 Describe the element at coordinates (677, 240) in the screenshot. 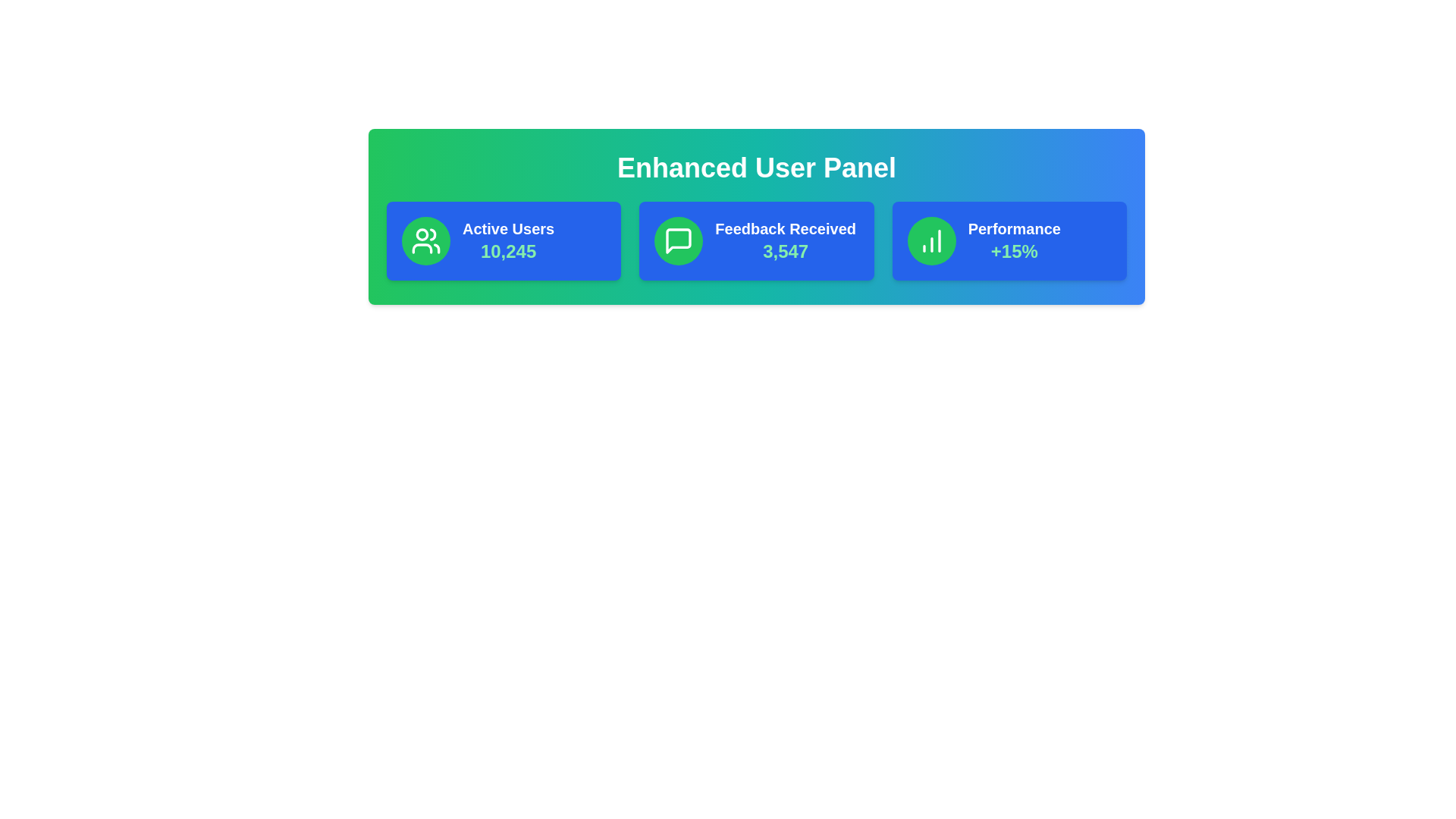

I see `the icon within the card labeled Feedback Received` at that location.